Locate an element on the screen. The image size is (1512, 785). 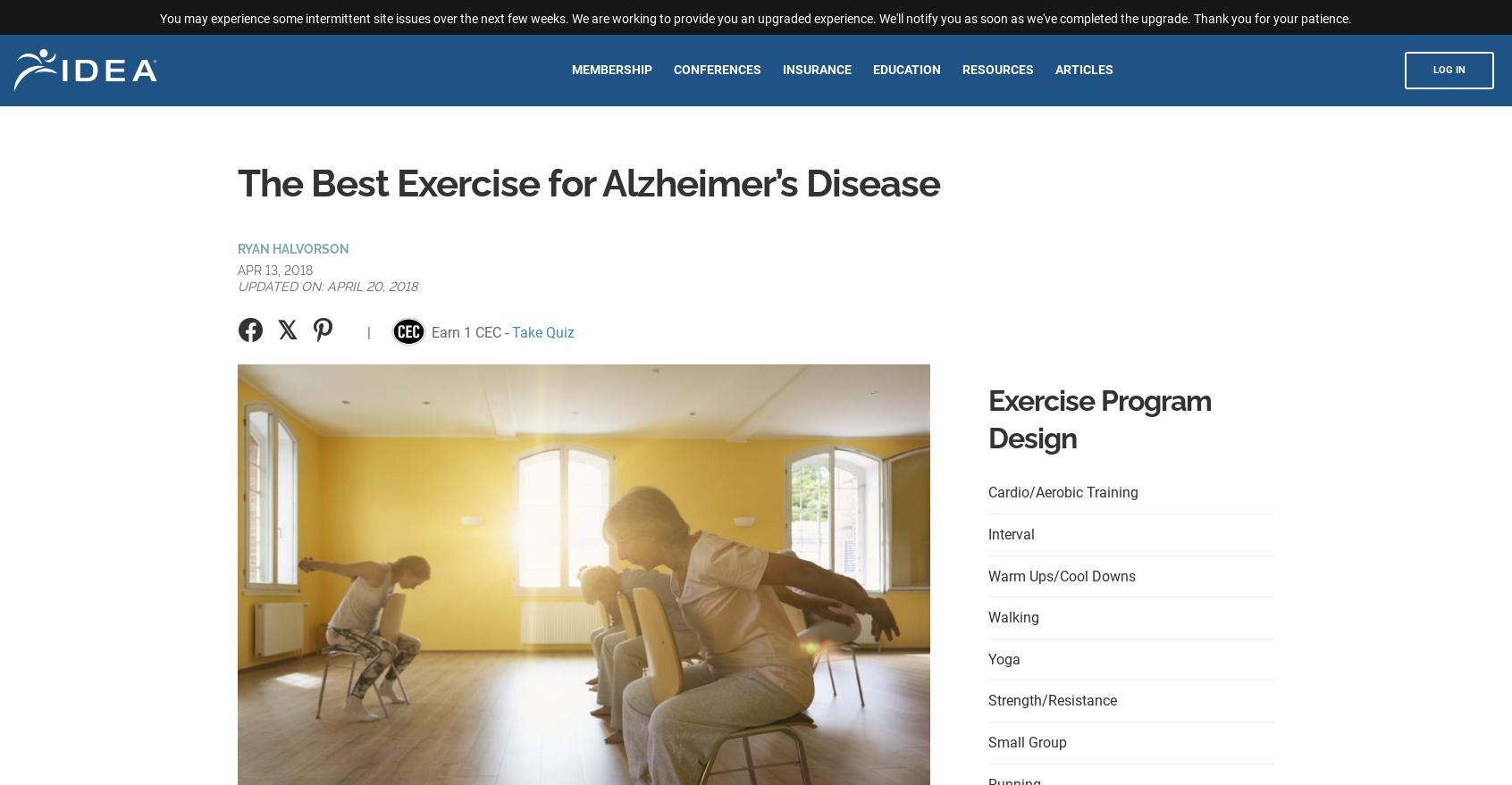
'Walking' is located at coordinates (988, 617).